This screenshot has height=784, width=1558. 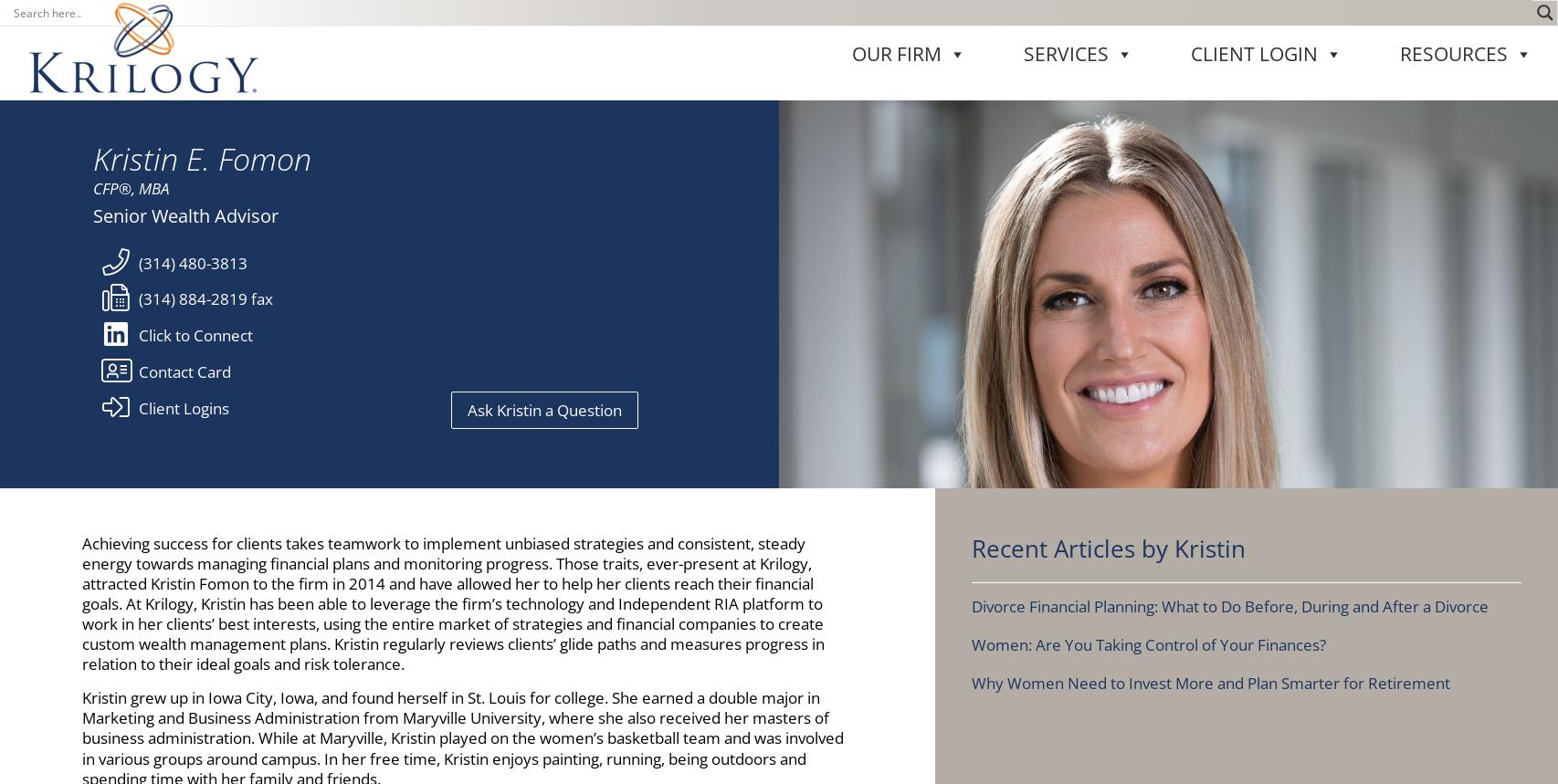 I want to click on 'Women: Are You Taking Control of Your Finances?', so click(x=1147, y=162).